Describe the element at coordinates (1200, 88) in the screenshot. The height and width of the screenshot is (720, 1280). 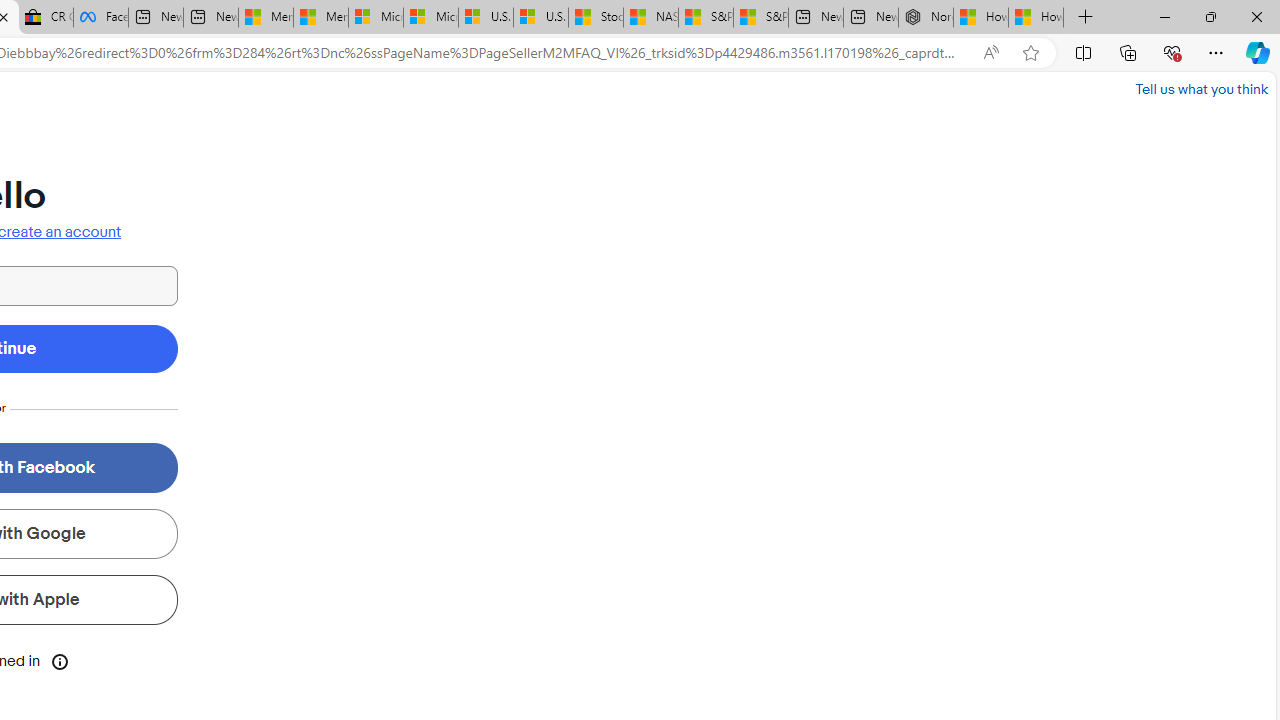
I see `'Tell us what you think - Link opens in a new window'` at that location.